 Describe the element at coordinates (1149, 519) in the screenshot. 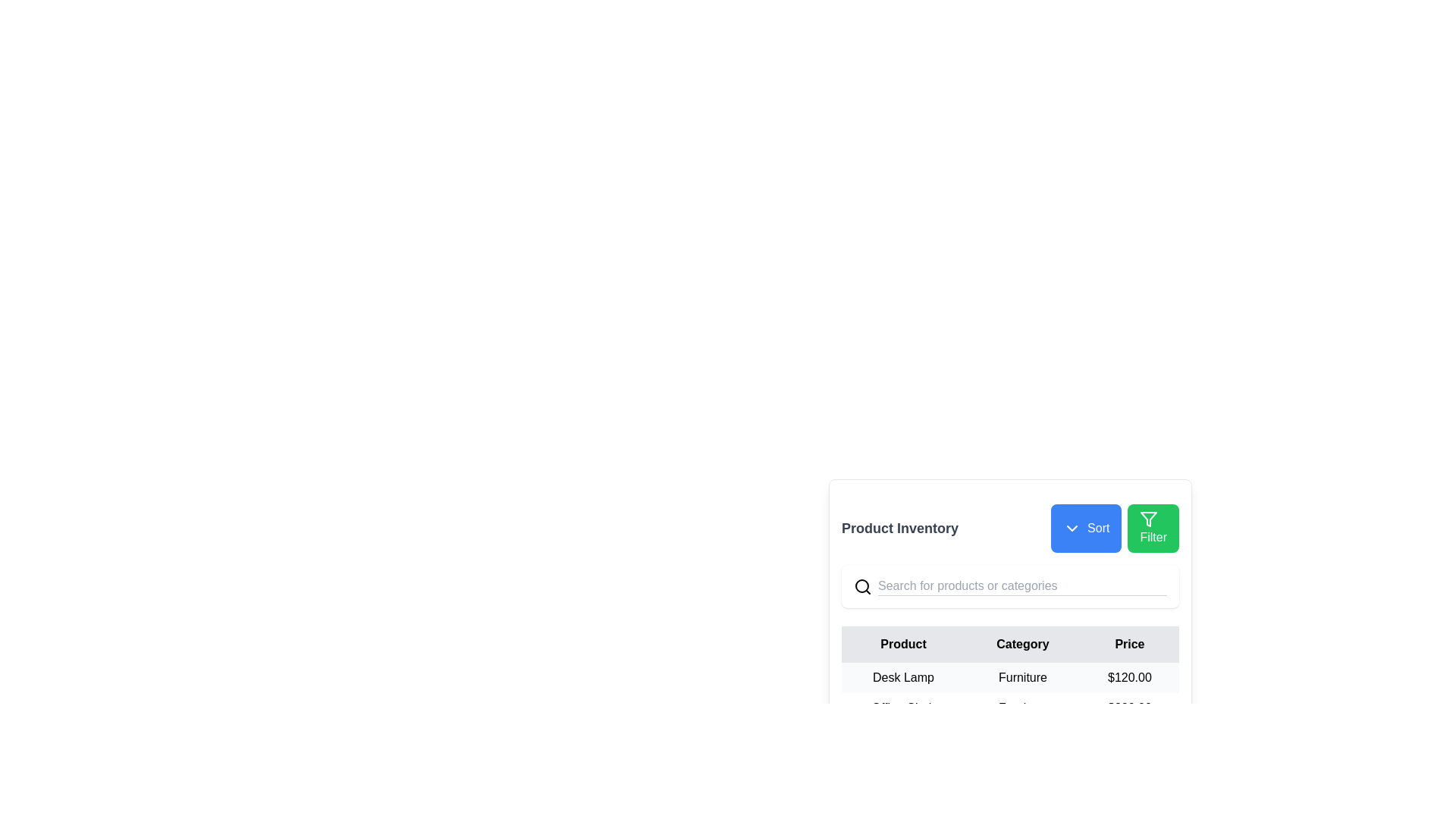

I see `the green circular button icon with a white filter symbol` at that location.